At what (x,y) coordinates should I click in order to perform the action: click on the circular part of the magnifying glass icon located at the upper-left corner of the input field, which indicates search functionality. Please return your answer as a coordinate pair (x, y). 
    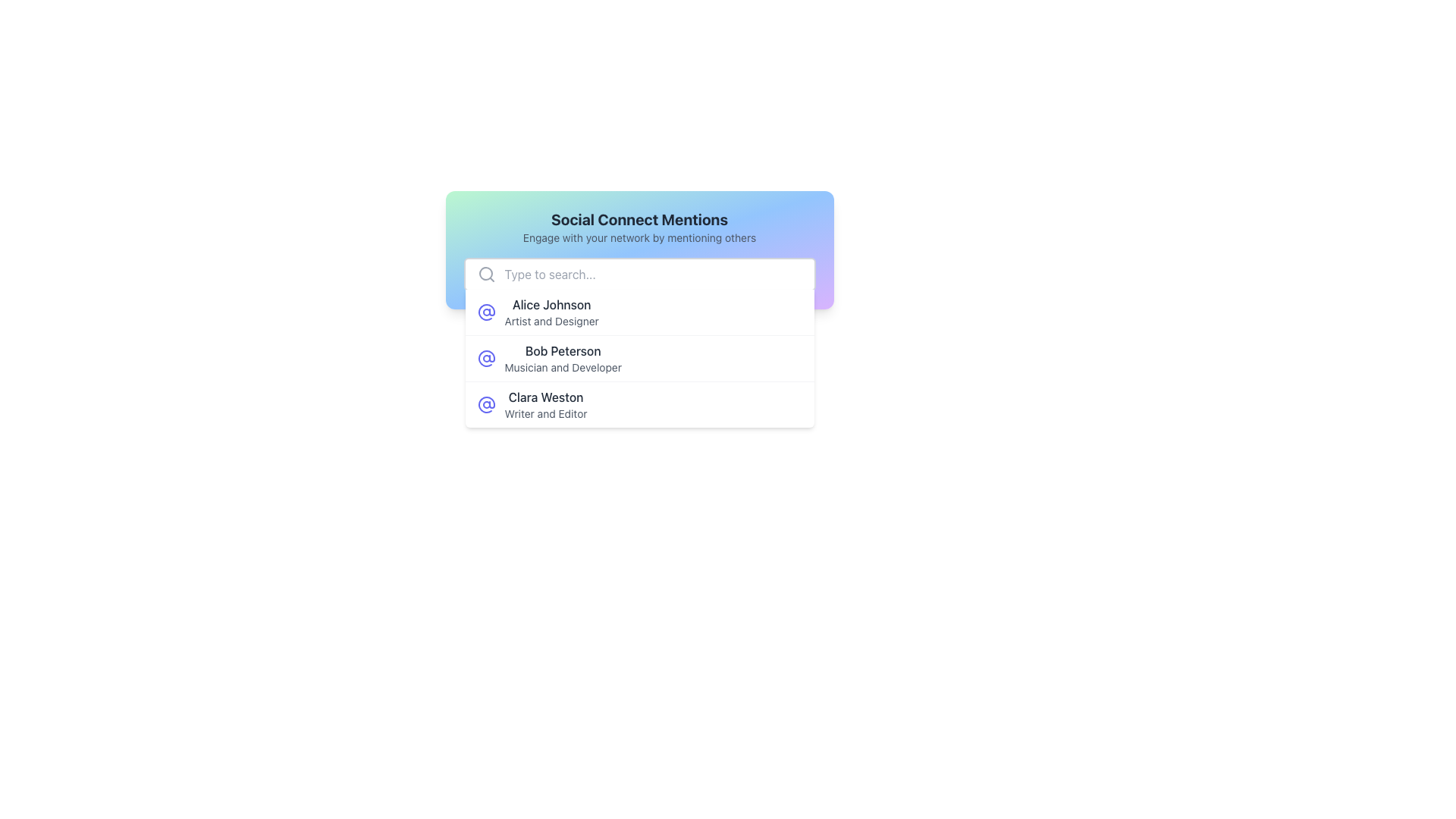
    Looking at the image, I should click on (485, 274).